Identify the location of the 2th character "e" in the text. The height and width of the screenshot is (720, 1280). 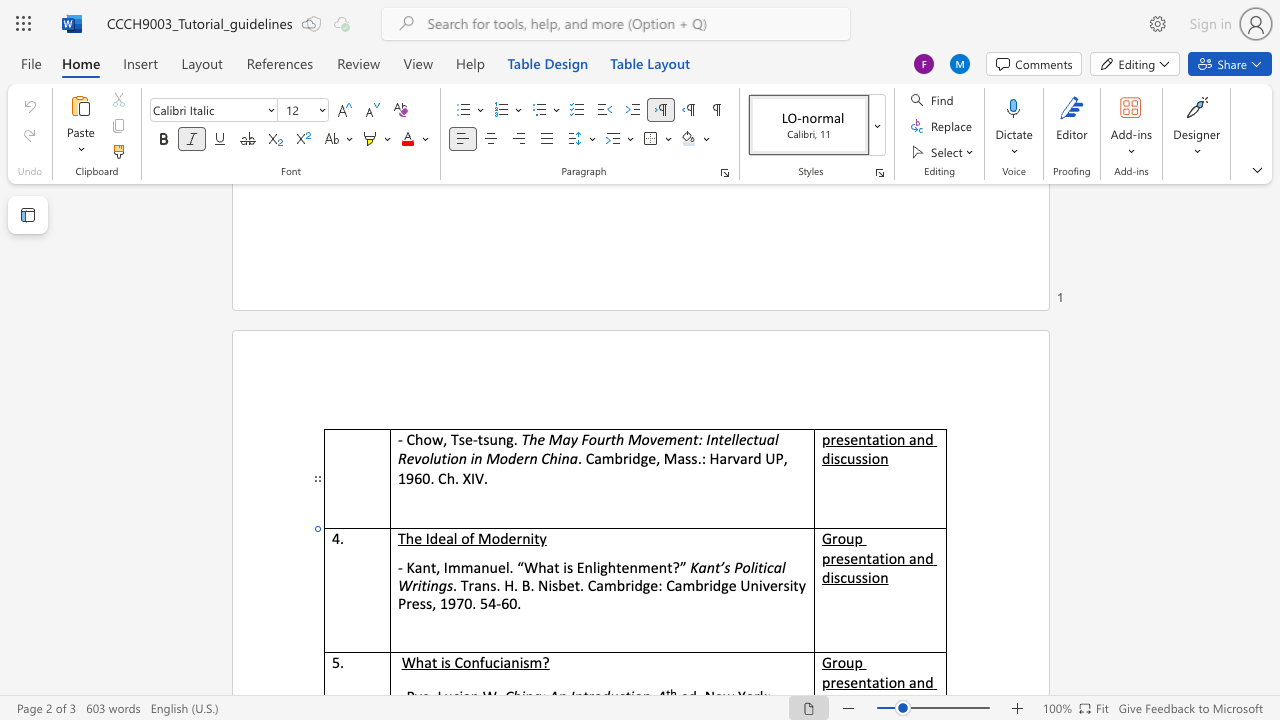
(854, 438).